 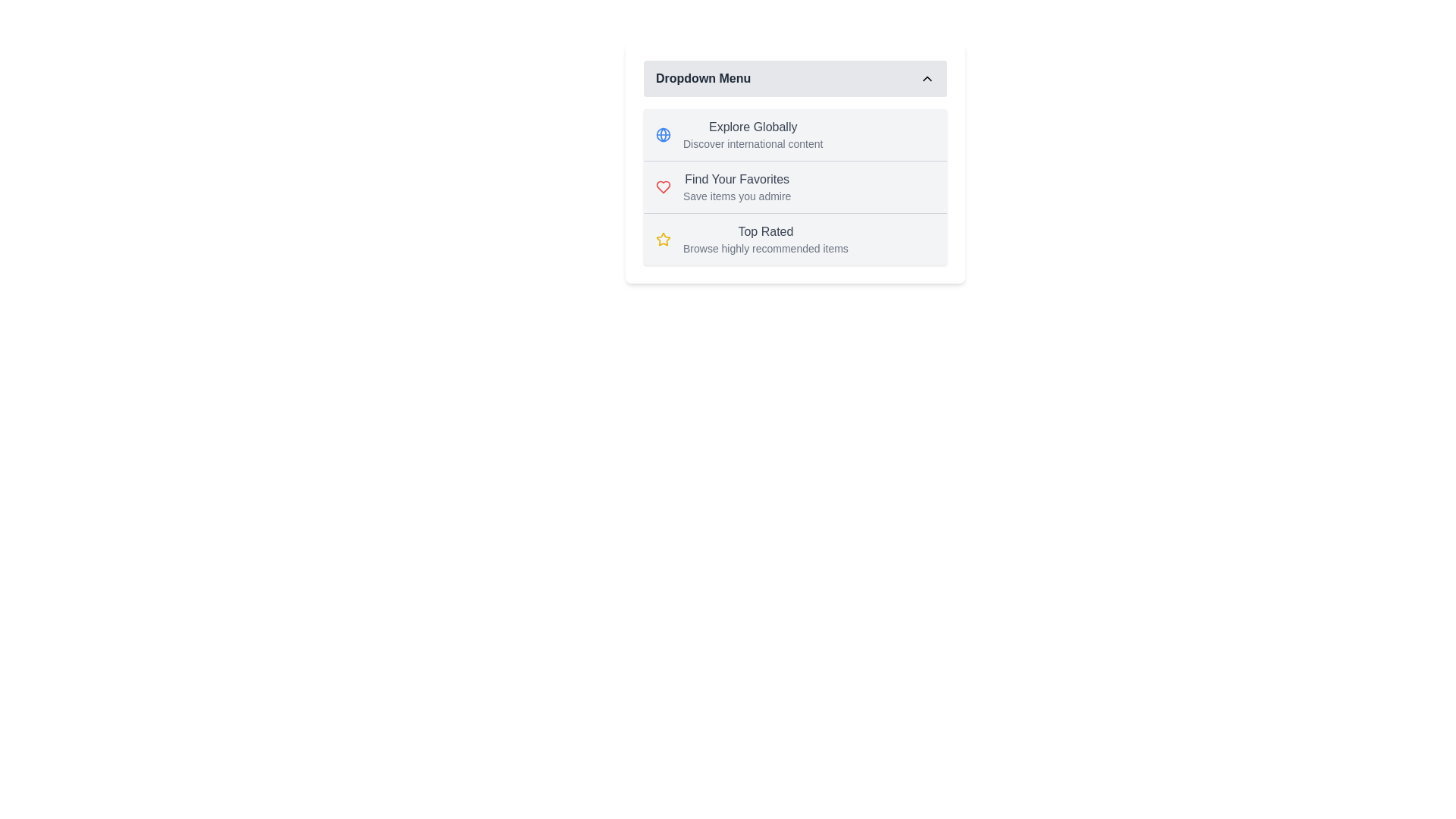 I want to click on the 'Top Rated' menu item, which features a star icon and is the third item in the vertical dropdown menu, so click(x=795, y=239).